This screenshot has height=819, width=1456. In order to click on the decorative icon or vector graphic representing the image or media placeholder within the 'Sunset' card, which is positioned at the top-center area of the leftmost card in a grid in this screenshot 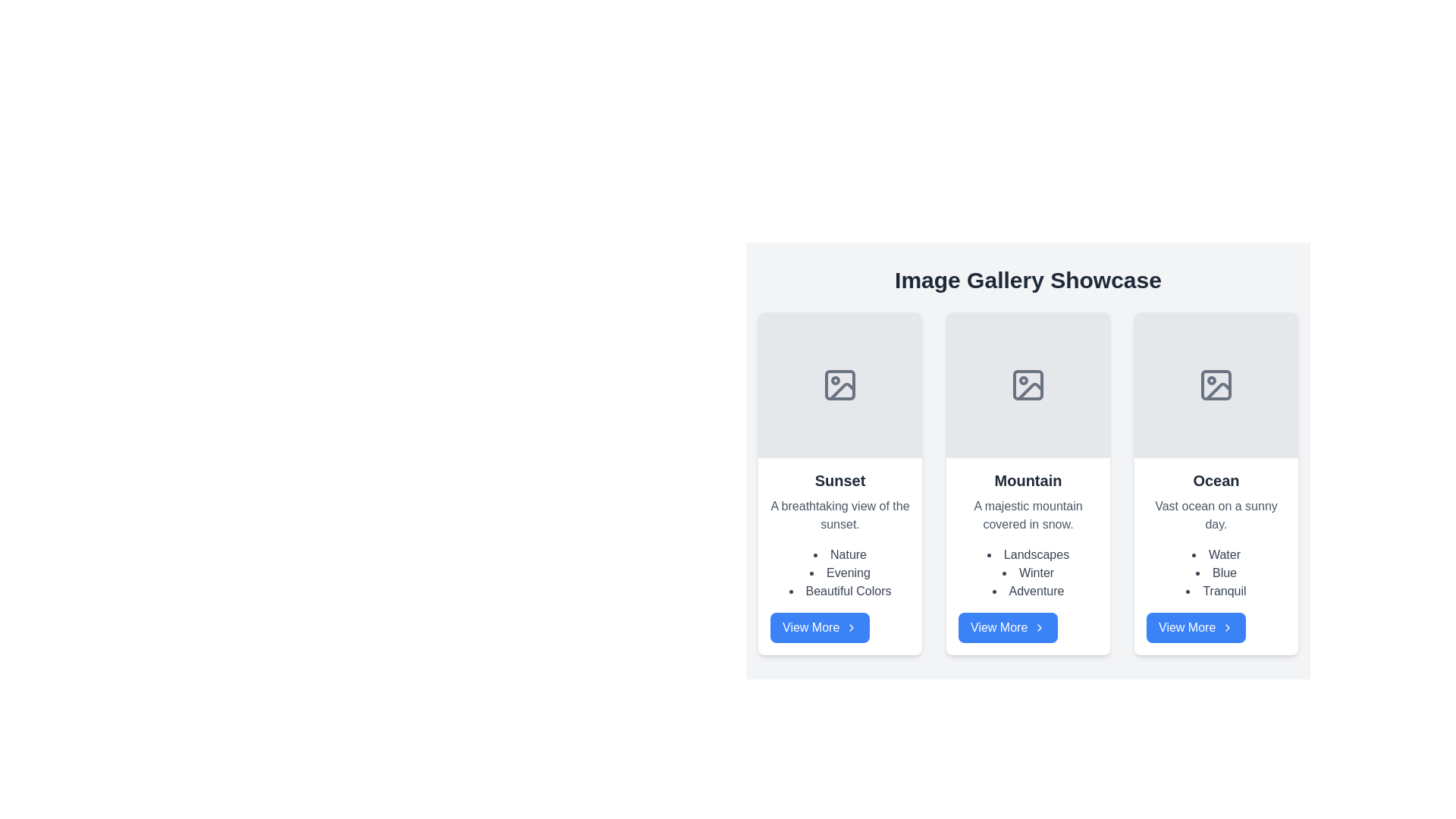, I will do `click(839, 384)`.